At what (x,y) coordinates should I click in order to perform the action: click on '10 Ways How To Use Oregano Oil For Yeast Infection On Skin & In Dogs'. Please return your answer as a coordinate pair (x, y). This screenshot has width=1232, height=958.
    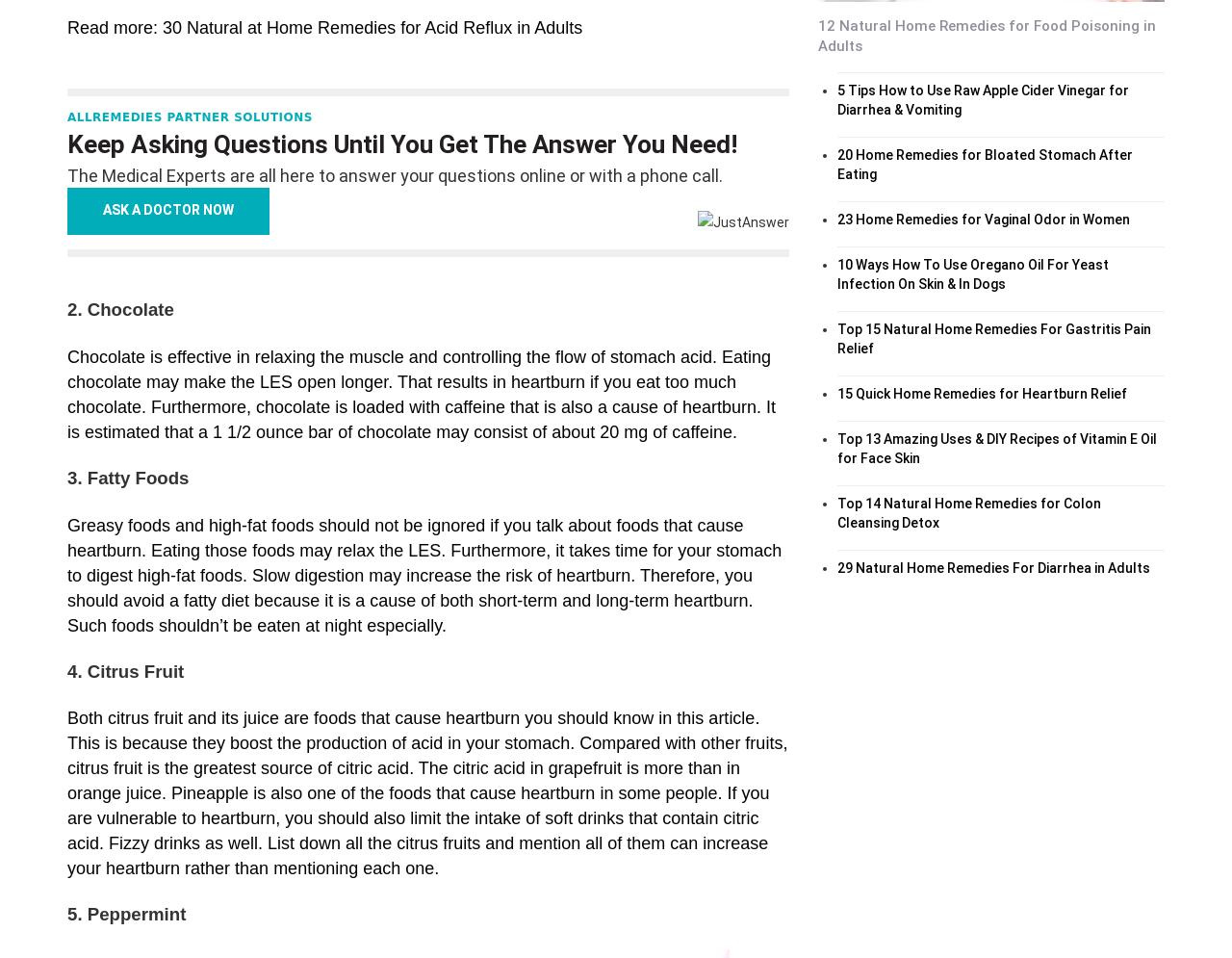
    Looking at the image, I should click on (972, 272).